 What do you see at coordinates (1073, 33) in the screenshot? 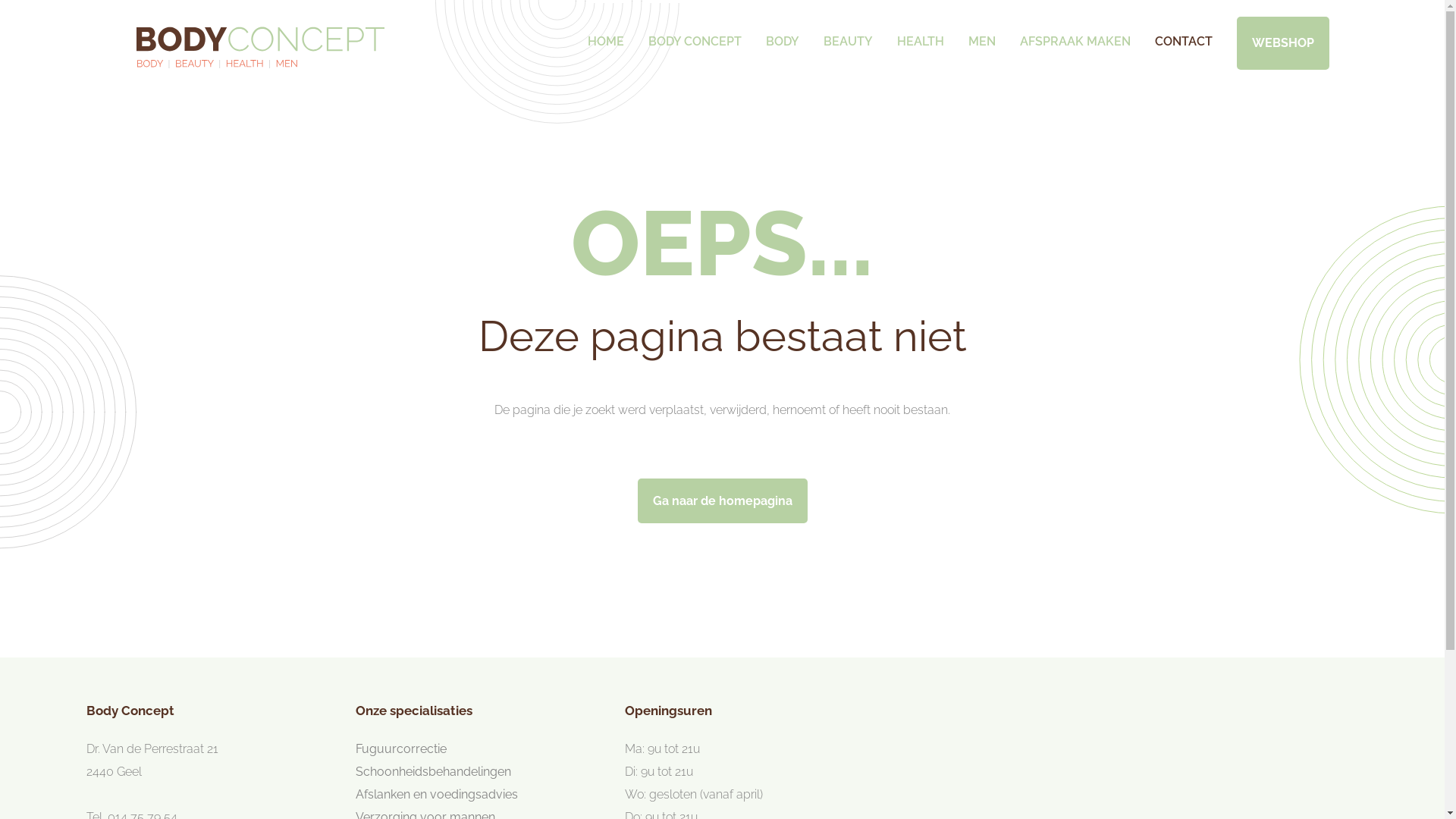
I see `'AFSPRAAK MAKEN'` at bounding box center [1073, 33].